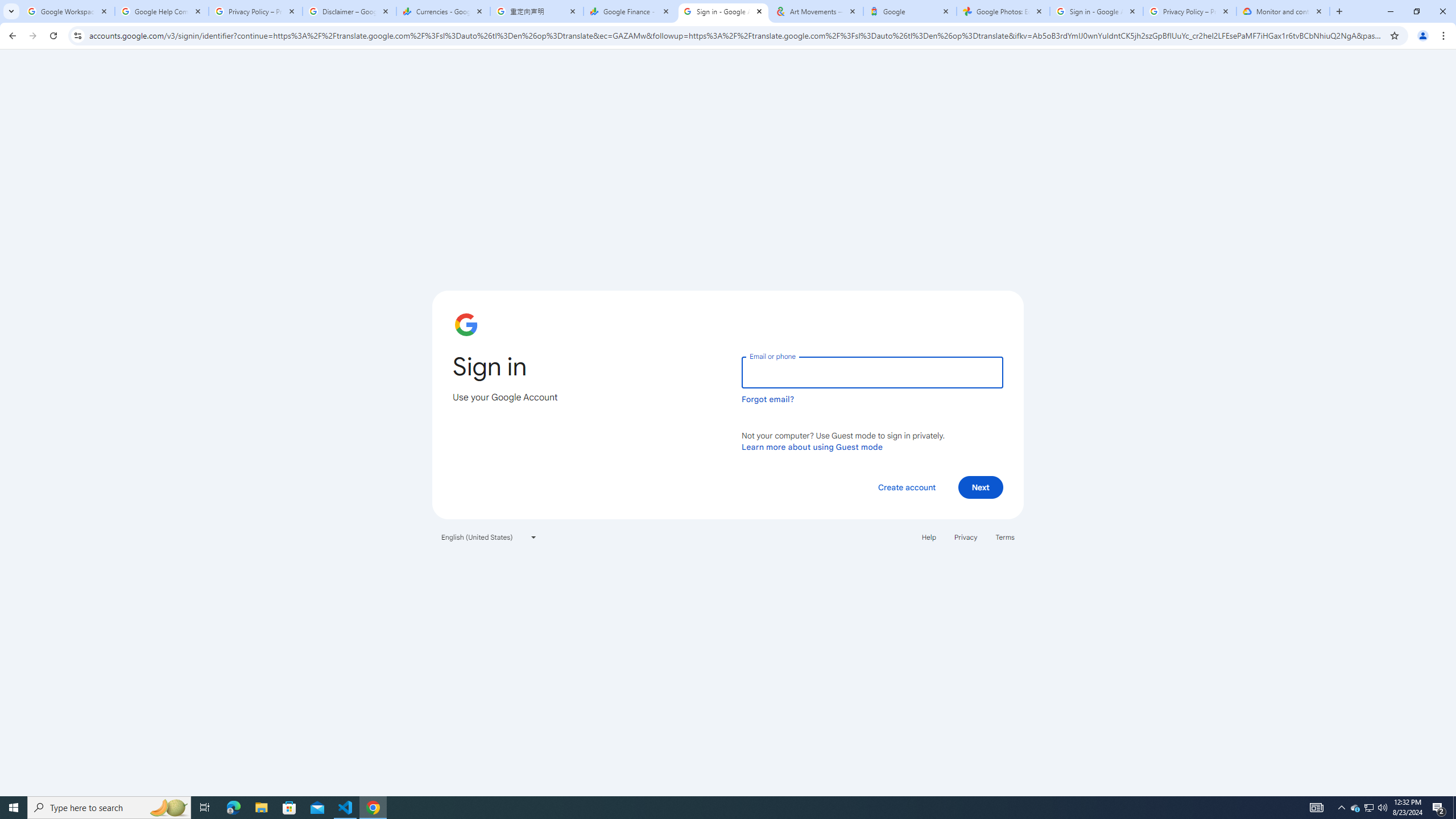  I want to click on 'Help', so click(928, 536).